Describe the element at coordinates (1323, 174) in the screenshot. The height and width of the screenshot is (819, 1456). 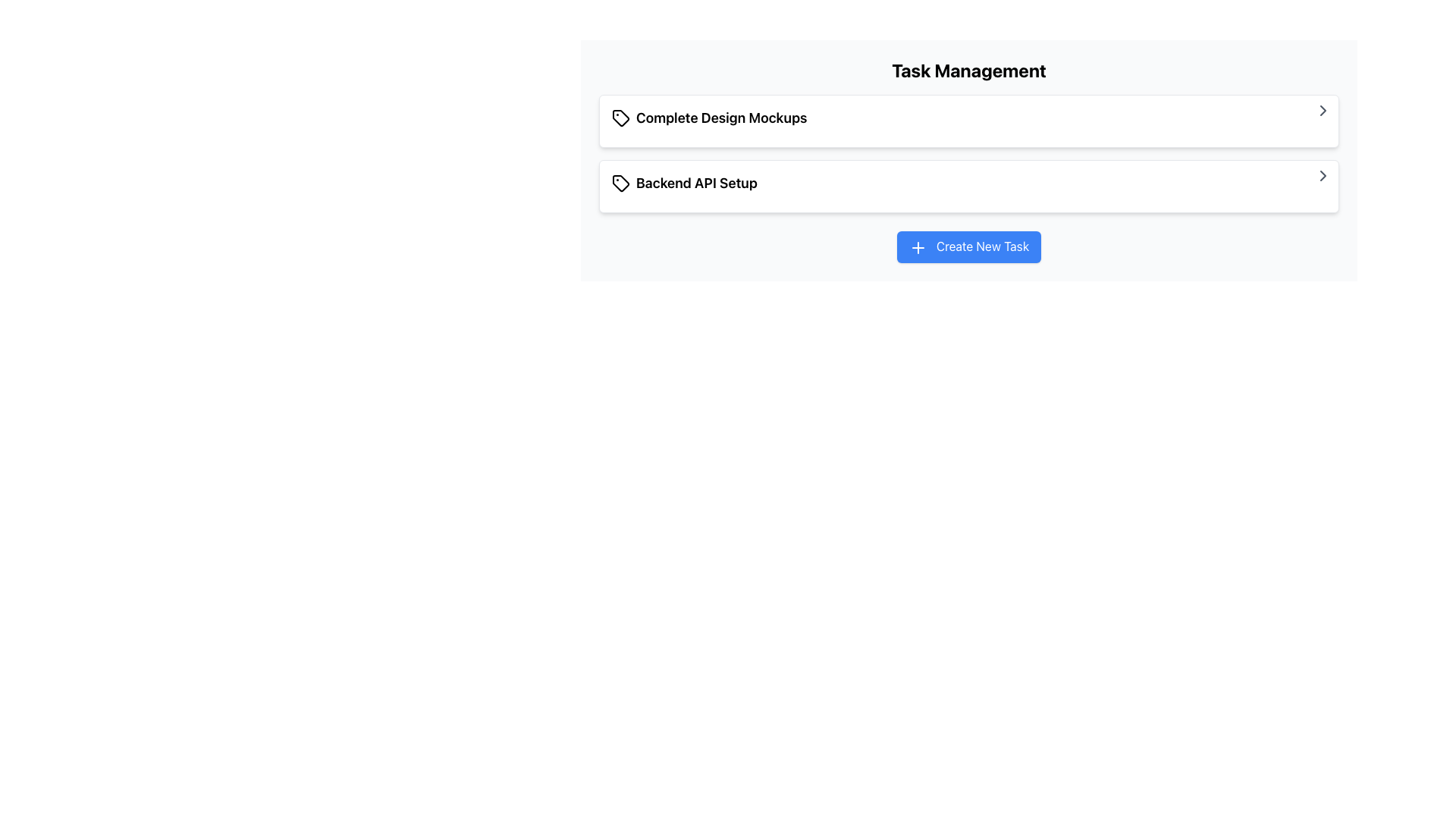
I see `the navigation icon located at the far right of the second task list item titled 'Backend API Setup'` at that location.